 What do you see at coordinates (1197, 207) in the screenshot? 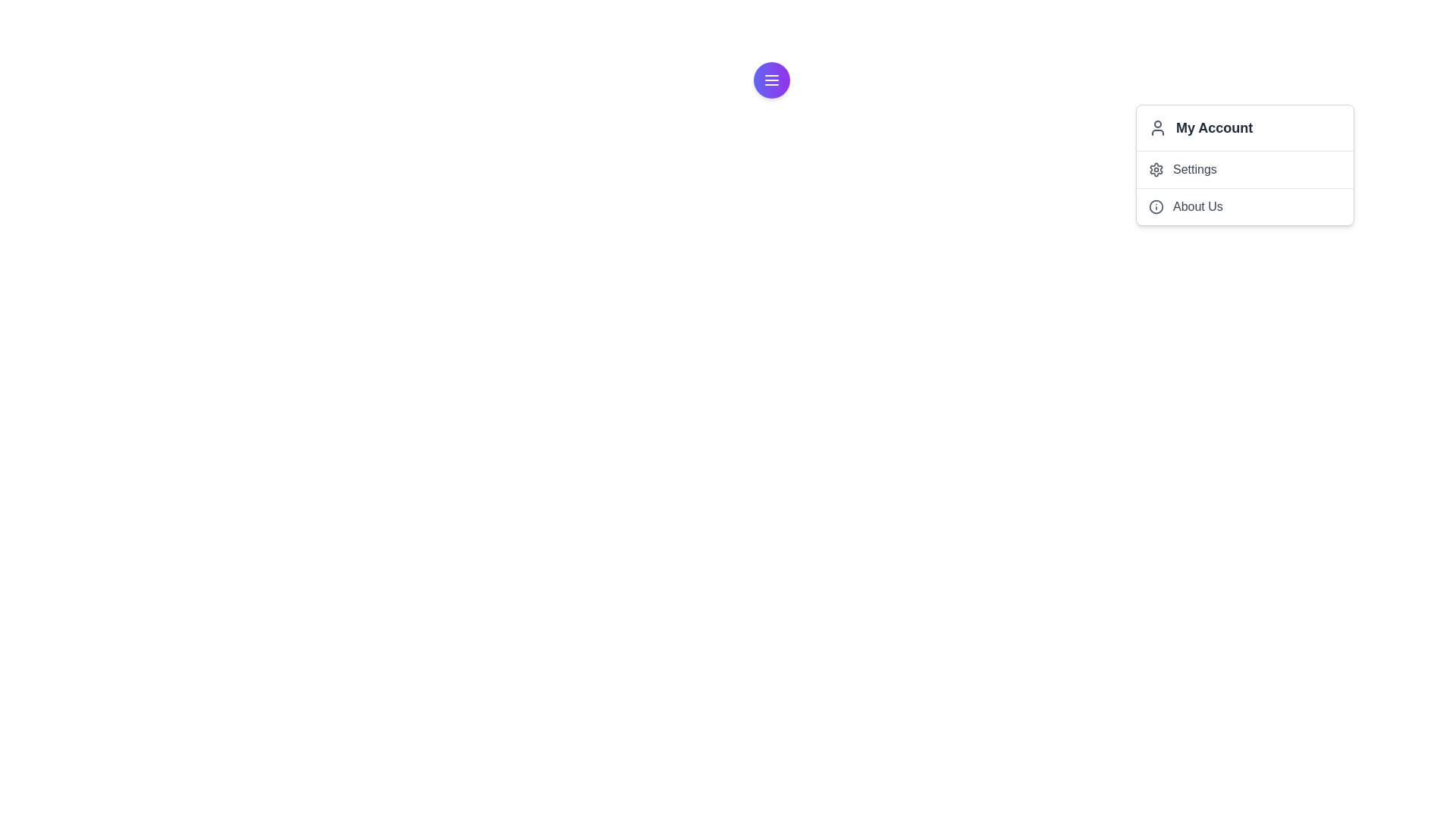
I see `the 'About Us' text label located in the third entry of the vertical menu list, which is under 'My Account' and 'Settings', and to the right of the information icon` at bounding box center [1197, 207].